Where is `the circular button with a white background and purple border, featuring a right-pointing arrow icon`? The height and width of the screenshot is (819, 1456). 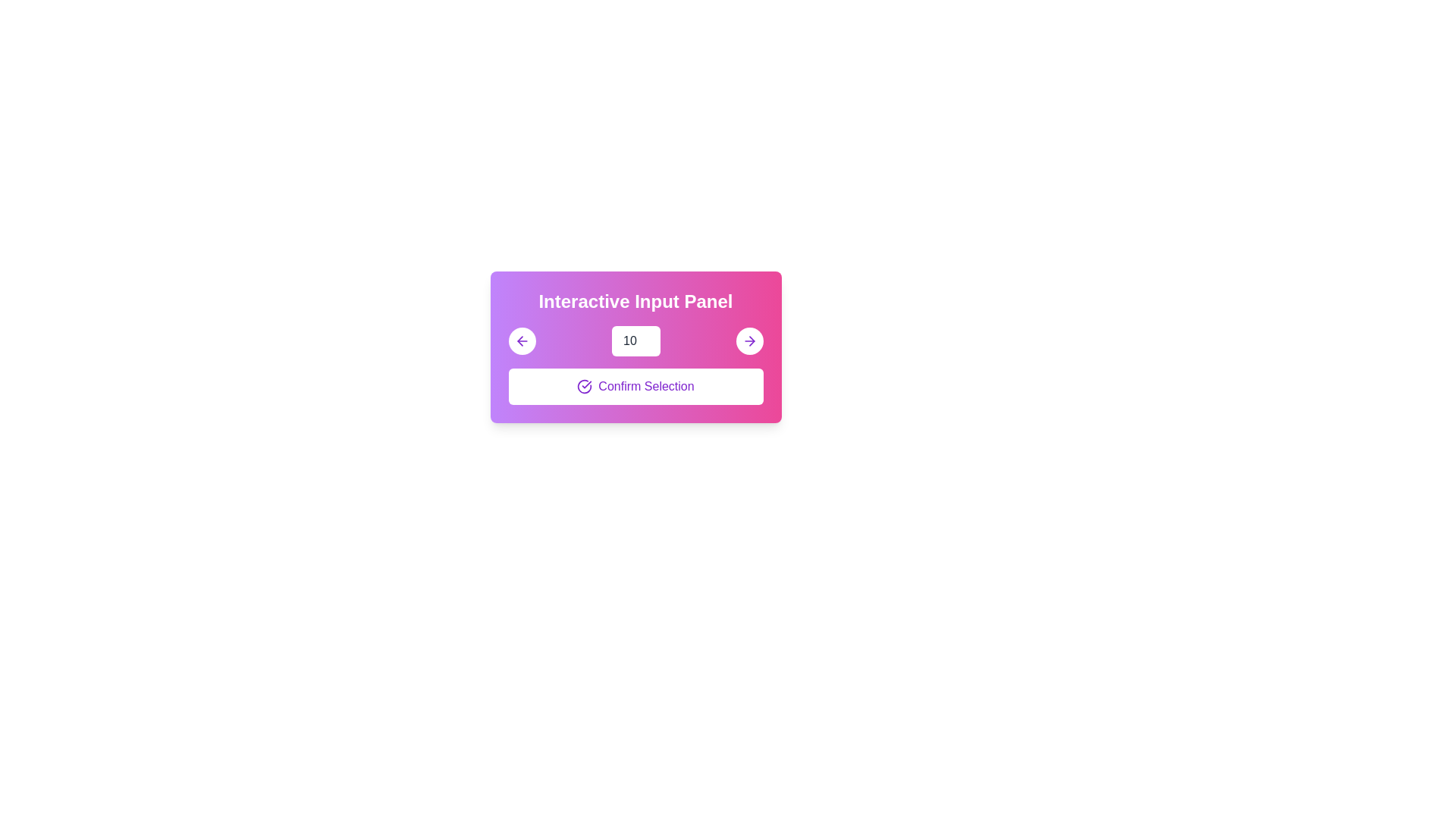
the circular button with a white background and purple border, featuring a right-pointing arrow icon is located at coordinates (749, 341).